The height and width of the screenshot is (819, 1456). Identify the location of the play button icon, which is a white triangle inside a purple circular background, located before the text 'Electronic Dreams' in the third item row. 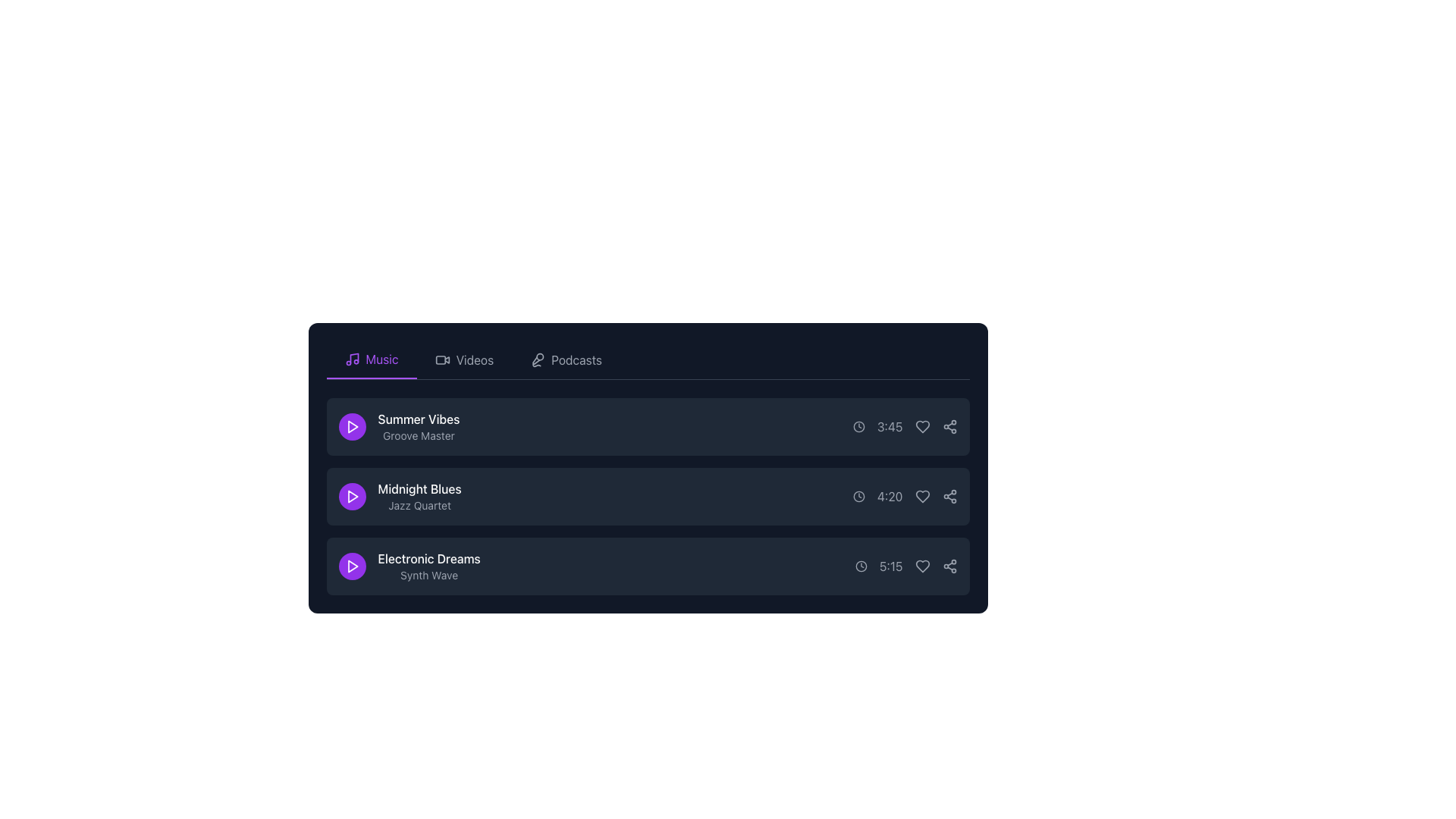
(351, 566).